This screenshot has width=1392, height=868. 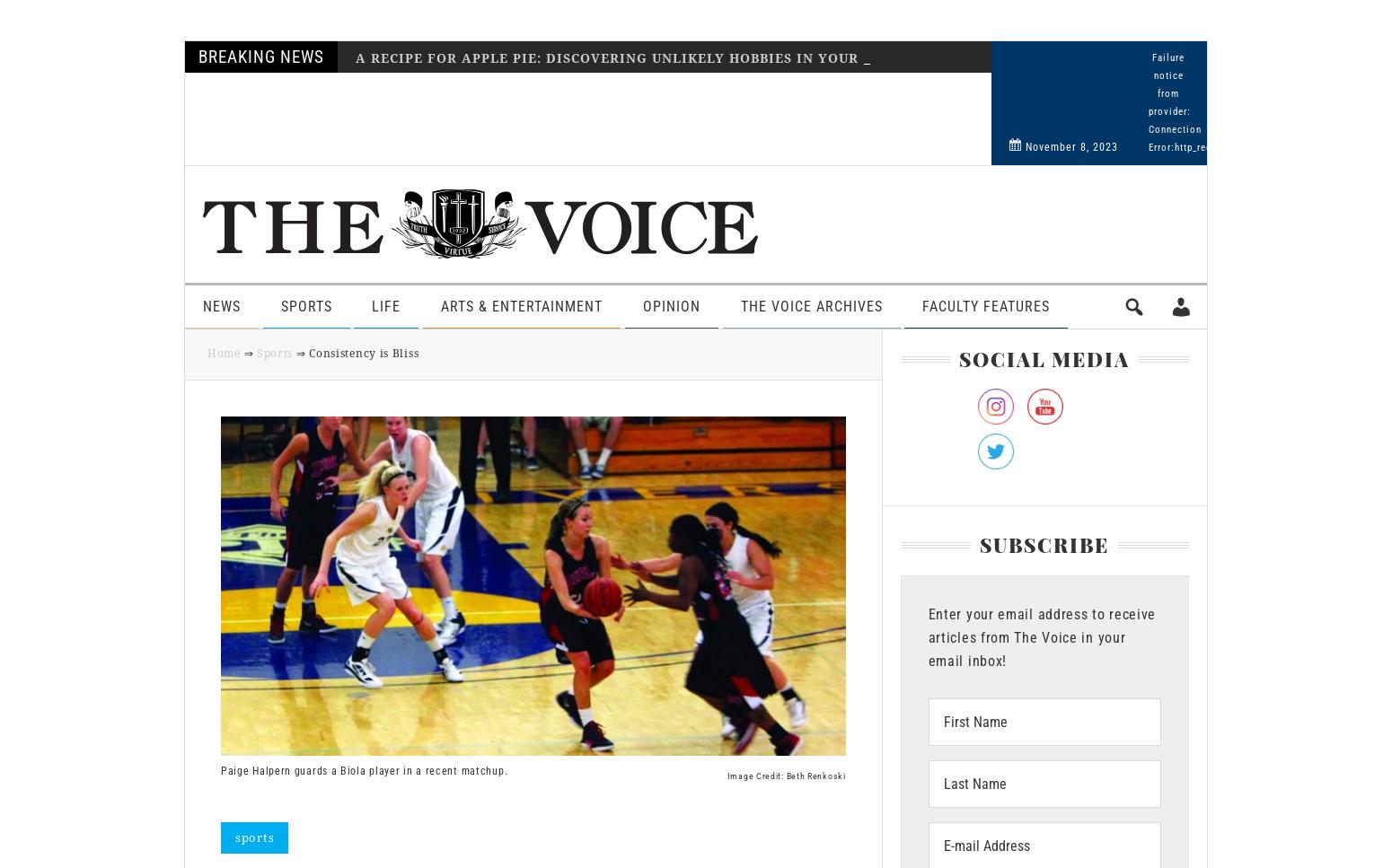 I want to click on 'Life', so click(x=385, y=305).